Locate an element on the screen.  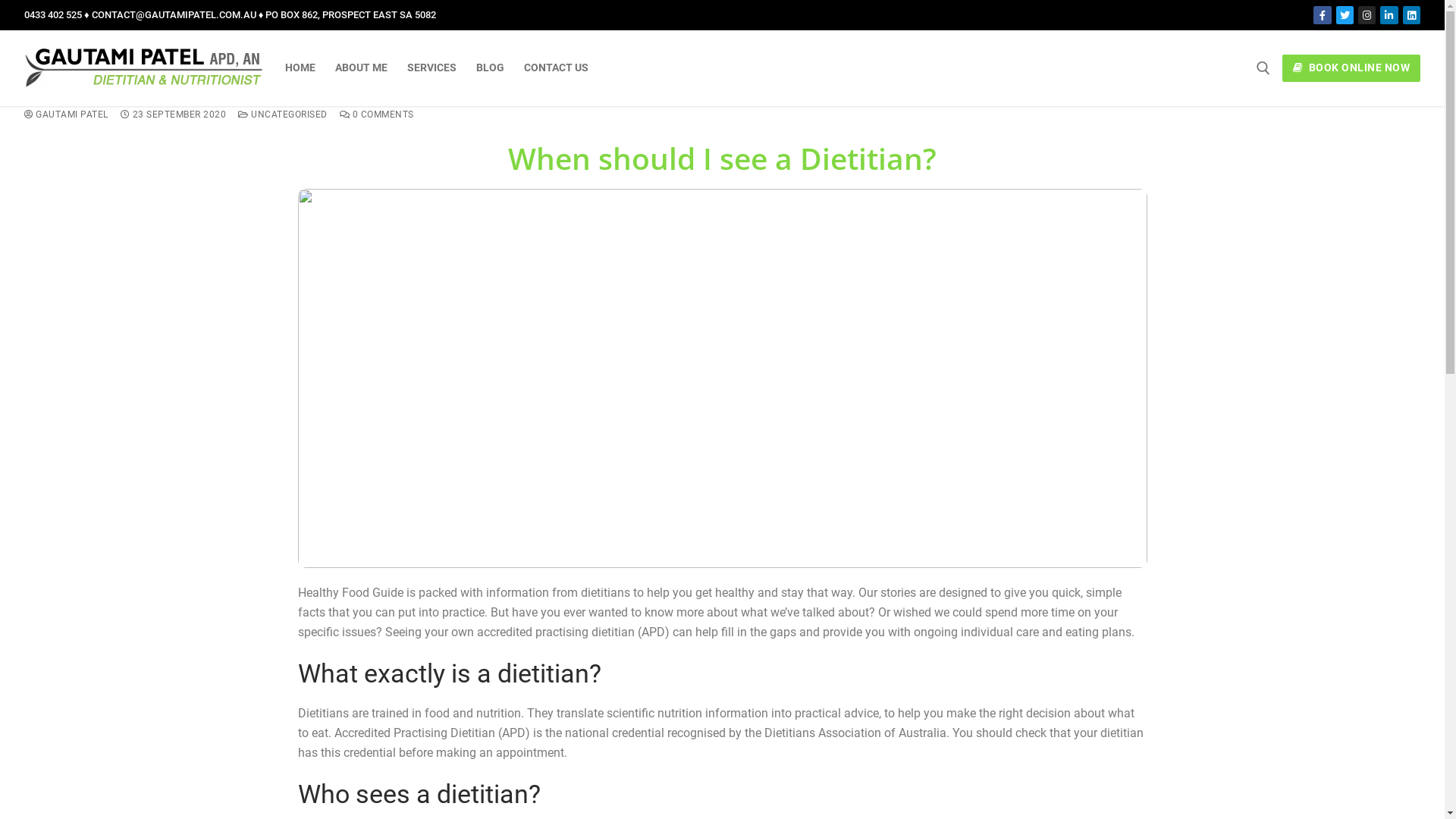
'Instagram' is located at coordinates (1367, 15).